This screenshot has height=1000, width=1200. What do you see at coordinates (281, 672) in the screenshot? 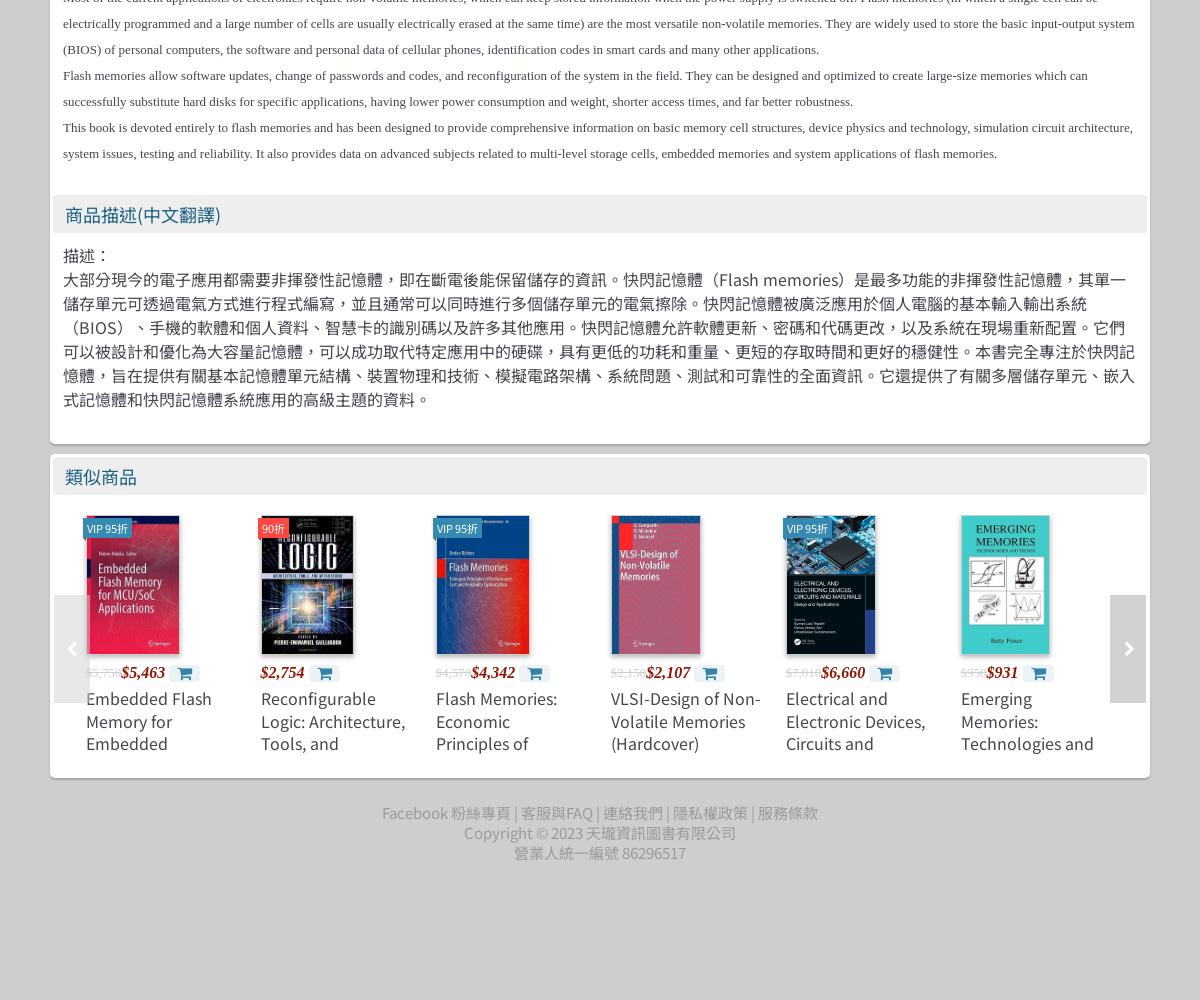
I see `'$2,754'` at bounding box center [281, 672].